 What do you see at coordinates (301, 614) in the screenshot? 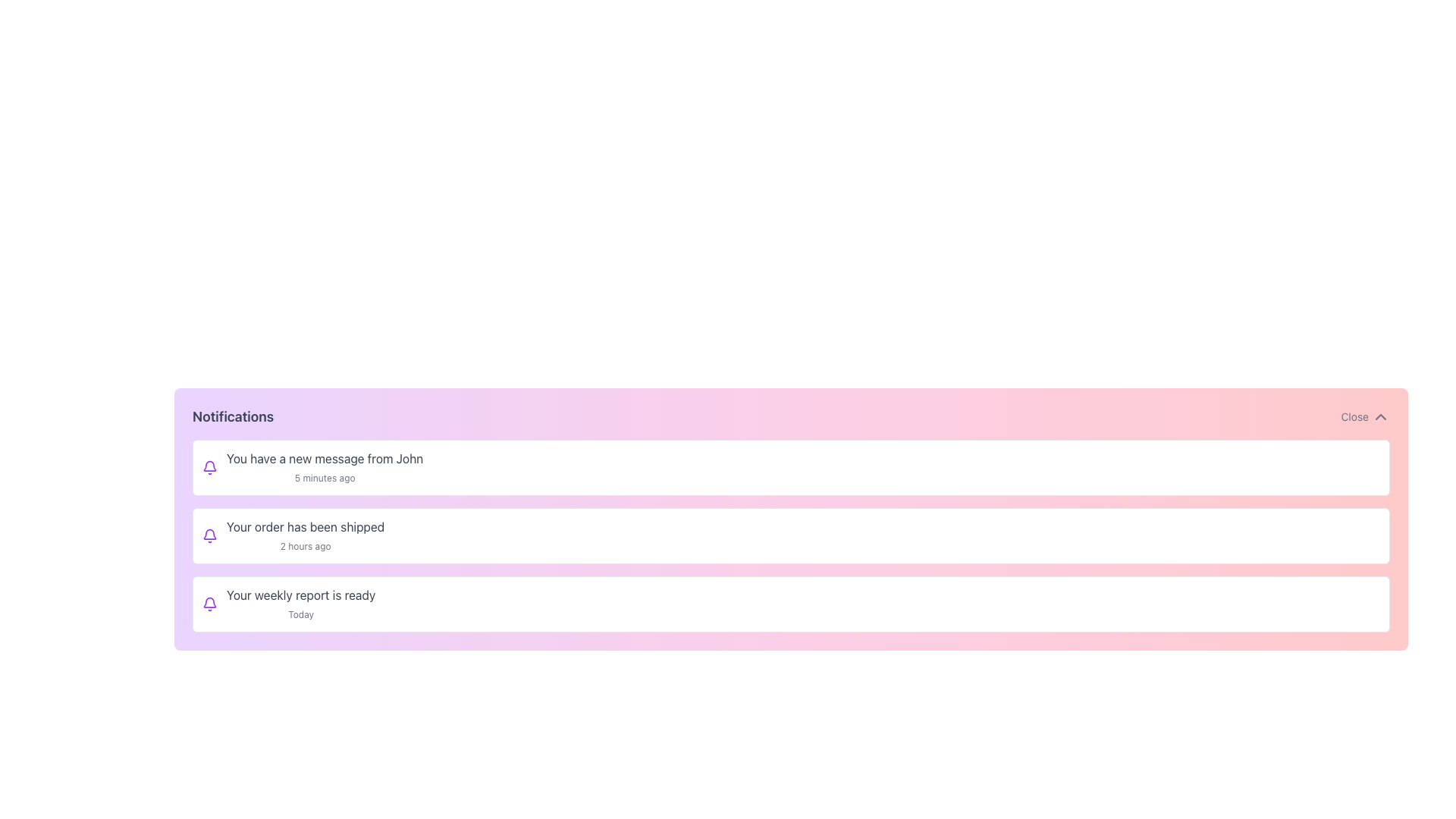
I see `the timestamp text label located in the bottom-right of the notification card displaying 'Your weekly report is ready'` at bounding box center [301, 614].